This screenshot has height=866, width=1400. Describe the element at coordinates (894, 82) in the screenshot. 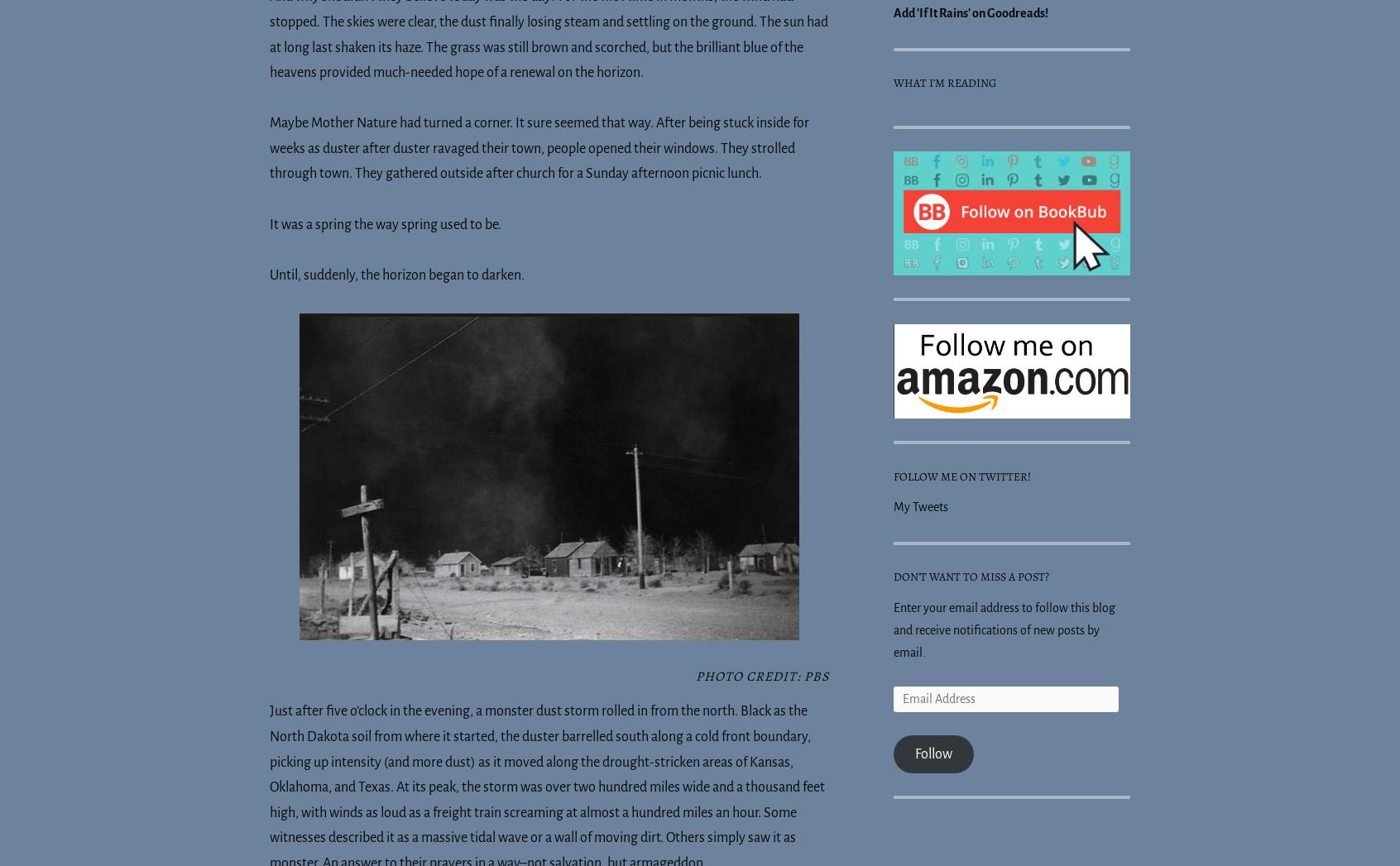

I see `'What I’m Reading'` at that location.